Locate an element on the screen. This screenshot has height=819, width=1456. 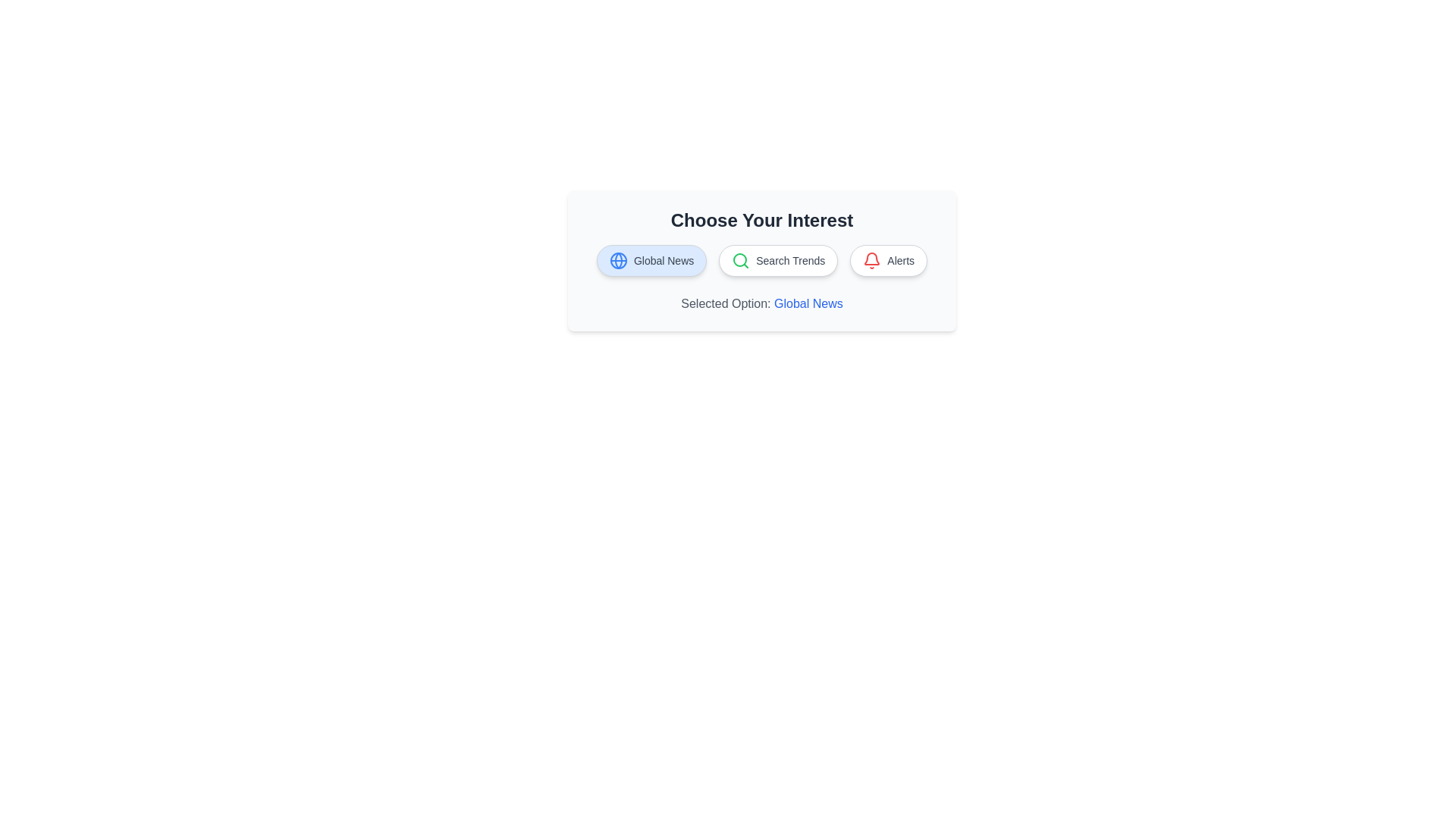
the chip labeled Search Trends to update the selected option is located at coordinates (778, 259).